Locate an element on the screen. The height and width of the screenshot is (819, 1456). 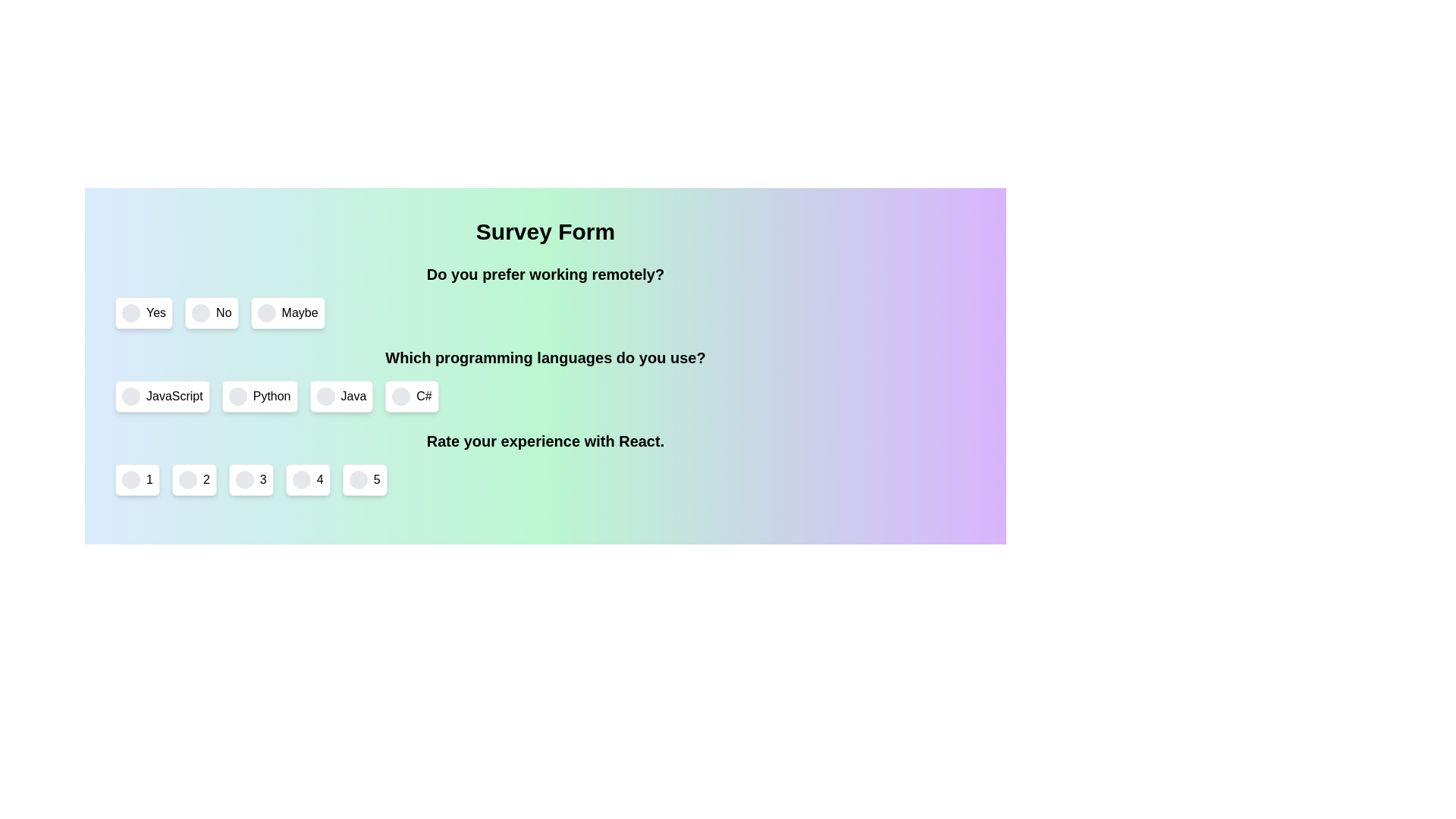
the 'Maybe' button, which is the third button in a row of three options labeled 'Yes', 'No', and 'Maybe', located at the top-left section of the interface is located at coordinates (287, 312).